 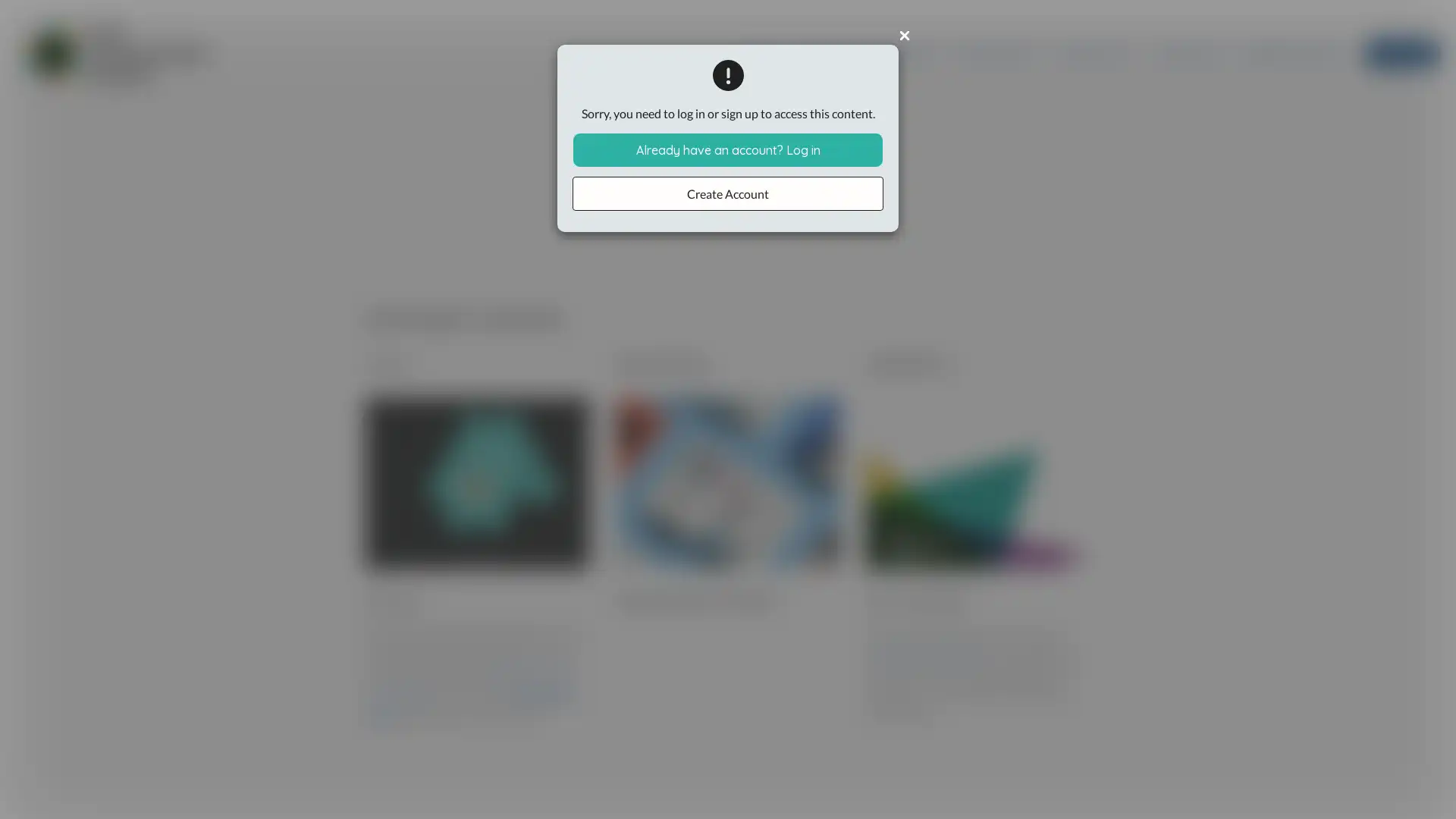 I want to click on Already have an account? Log in, so click(x=728, y=149).